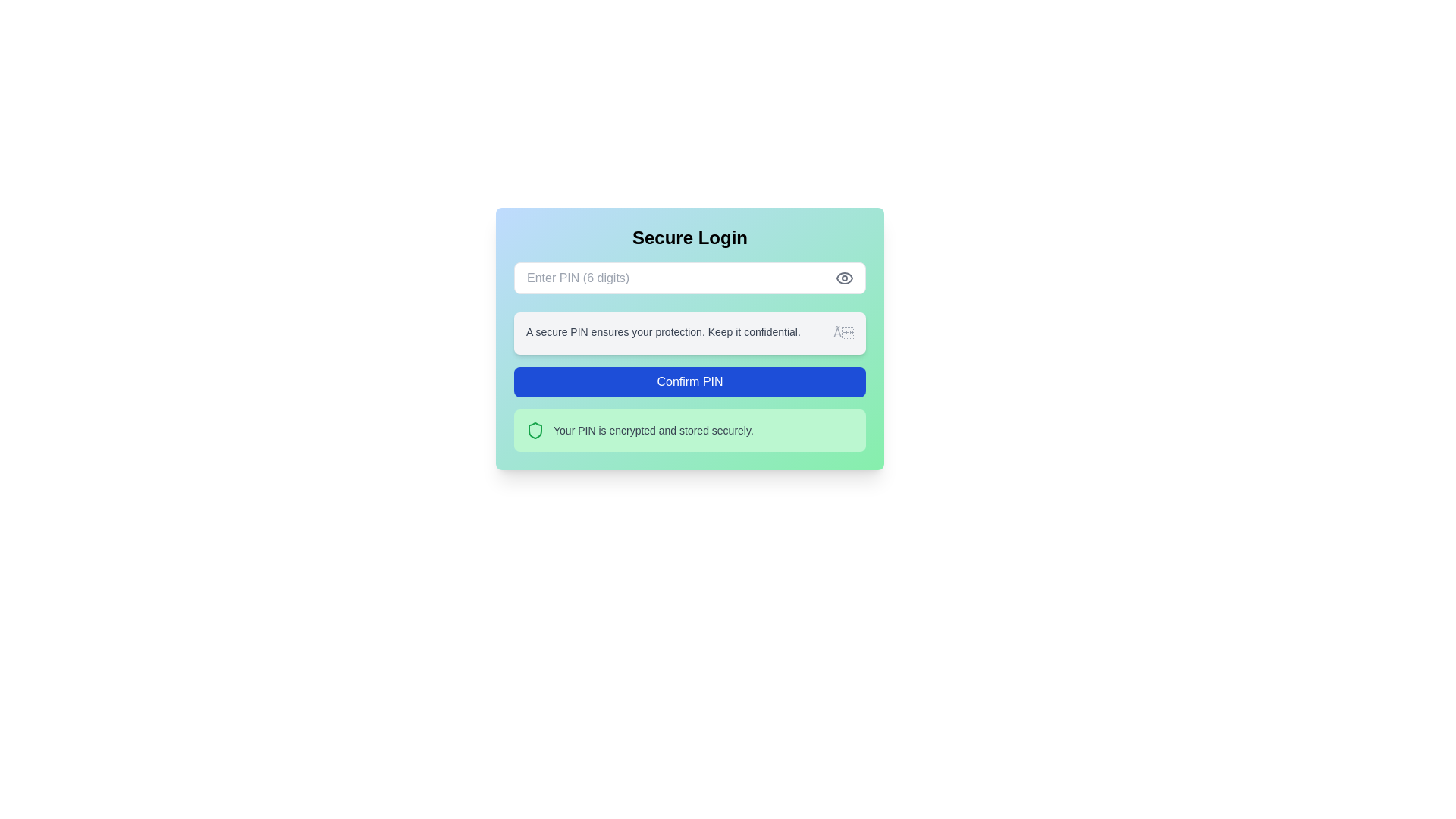 The height and width of the screenshot is (819, 1456). Describe the element at coordinates (843, 332) in the screenshot. I see `the dismiss button represented by a small '×' icon on the right side of the message box` at that location.